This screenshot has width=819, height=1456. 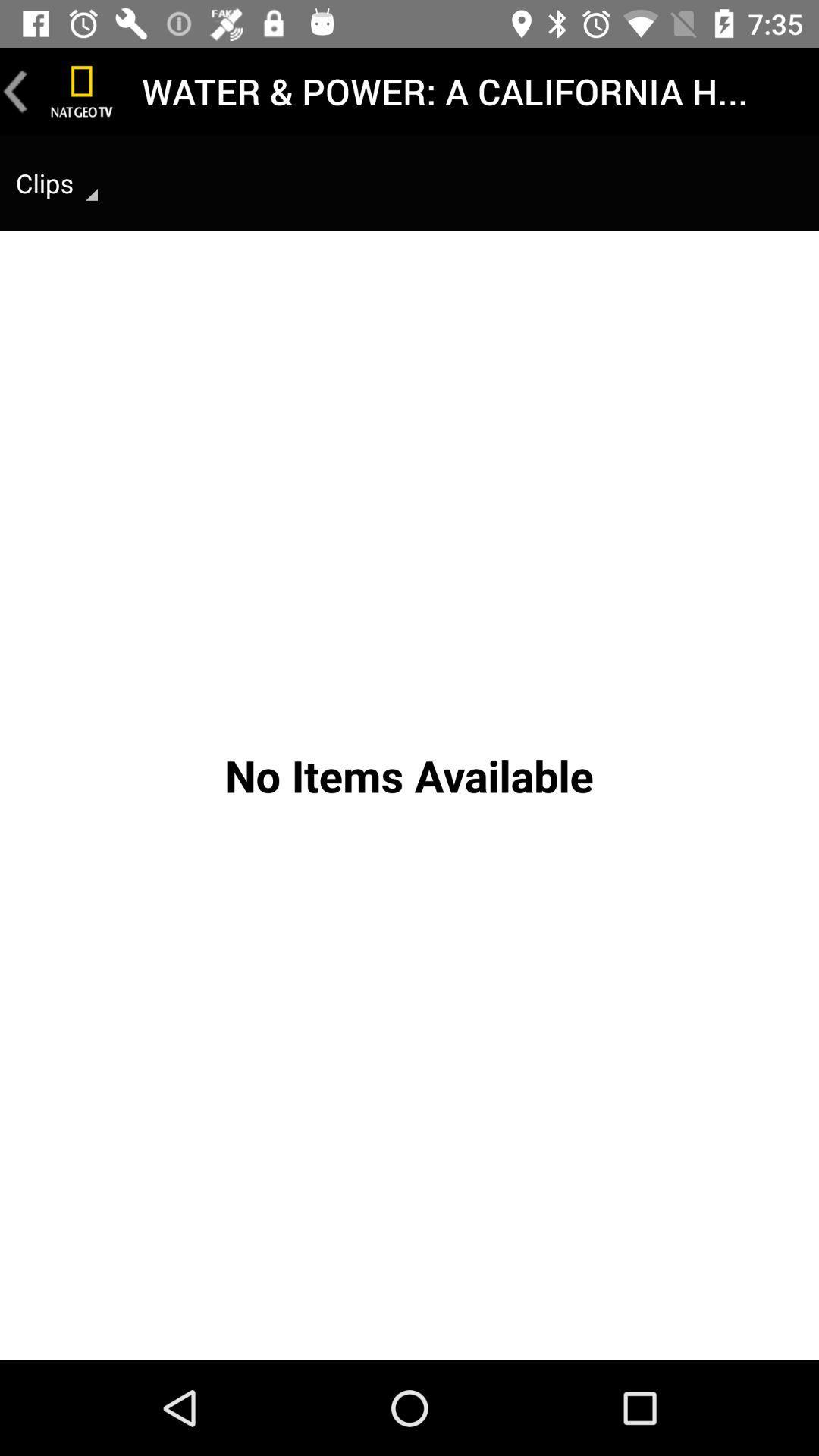 What do you see at coordinates (82, 90) in the screenshot?
I see `open home page` at bounding box center [82, 90].